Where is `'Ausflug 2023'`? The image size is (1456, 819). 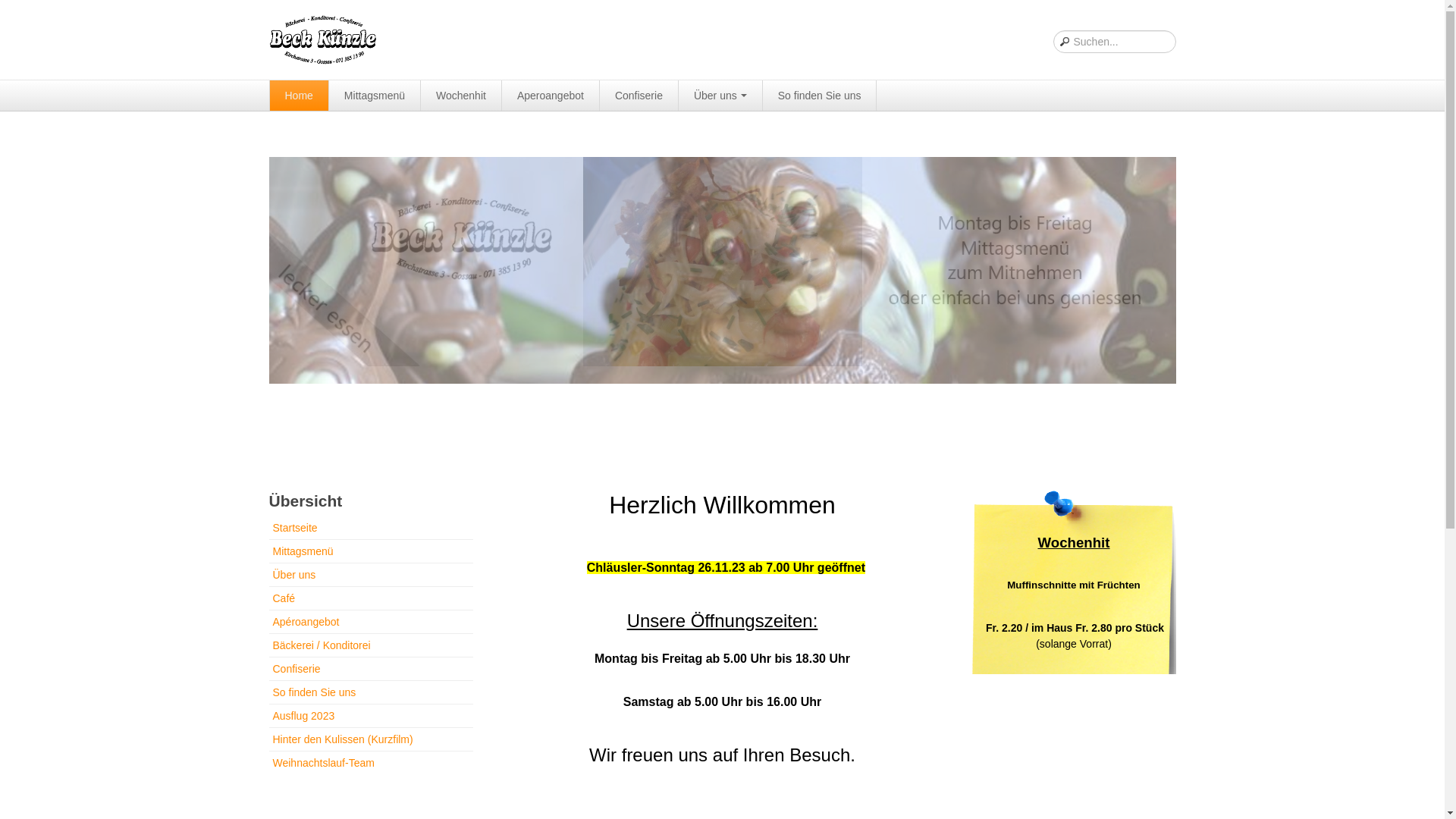
'Ausflug 2023' is located at coordinates (370, 716).